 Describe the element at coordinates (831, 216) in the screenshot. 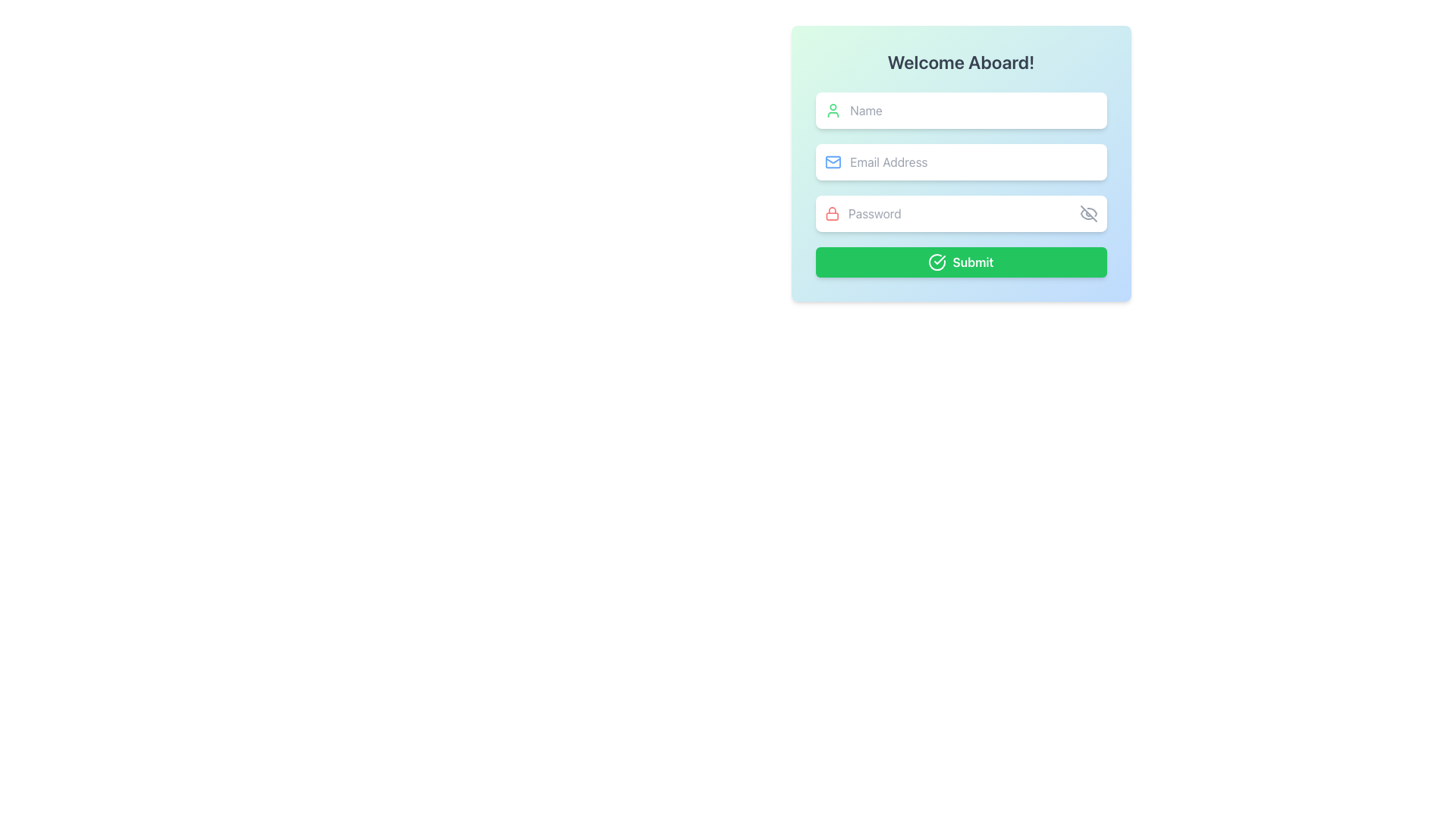

I see `the small rectangle with rounded corners located within the lock icon of the password input field, which is the third input field under the 'Welcome Aboard!' banner` at that location.